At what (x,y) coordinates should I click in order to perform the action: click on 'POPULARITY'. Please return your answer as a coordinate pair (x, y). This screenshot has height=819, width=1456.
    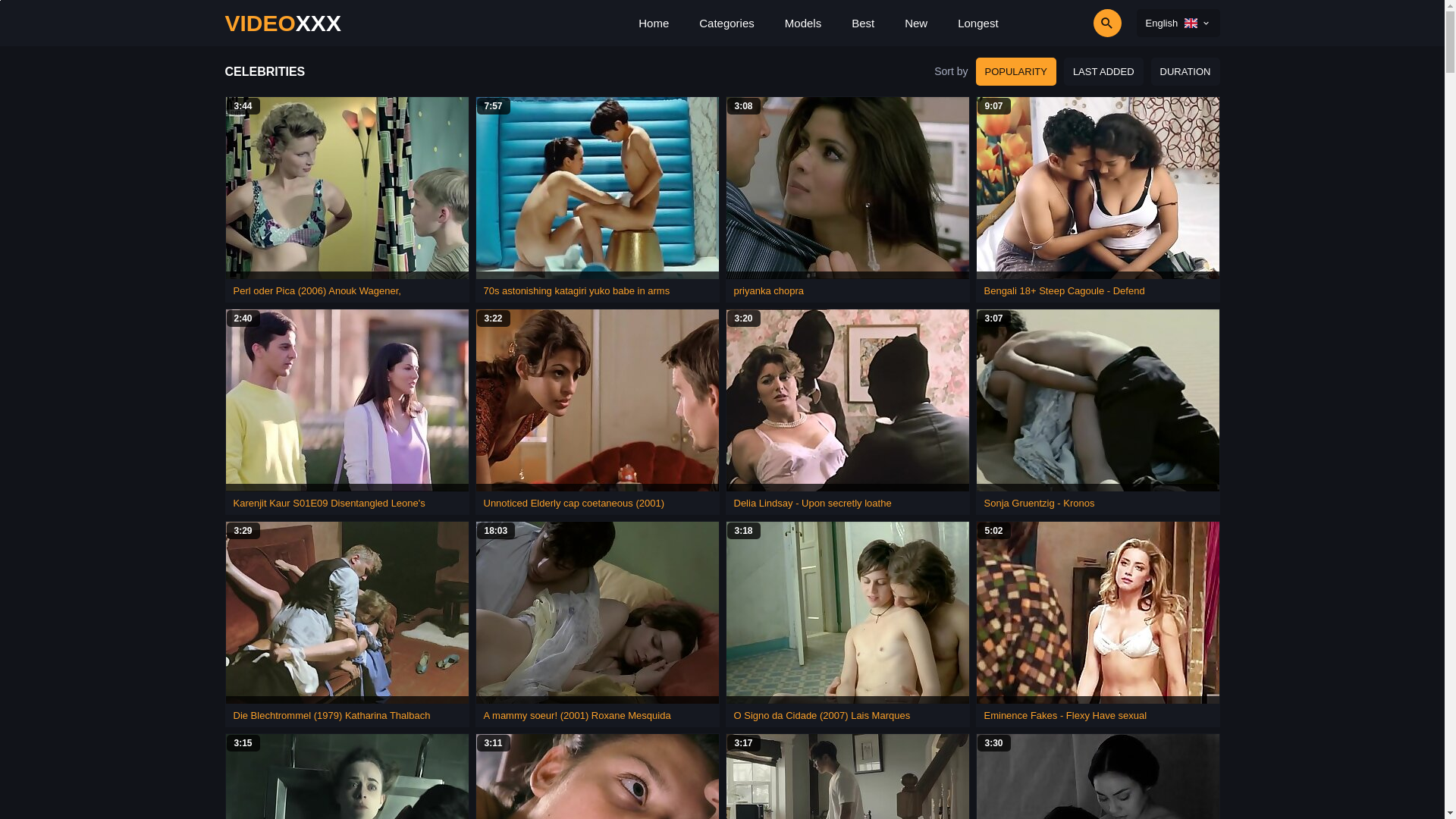
    Looking at the image, I should click on (1015, 71).